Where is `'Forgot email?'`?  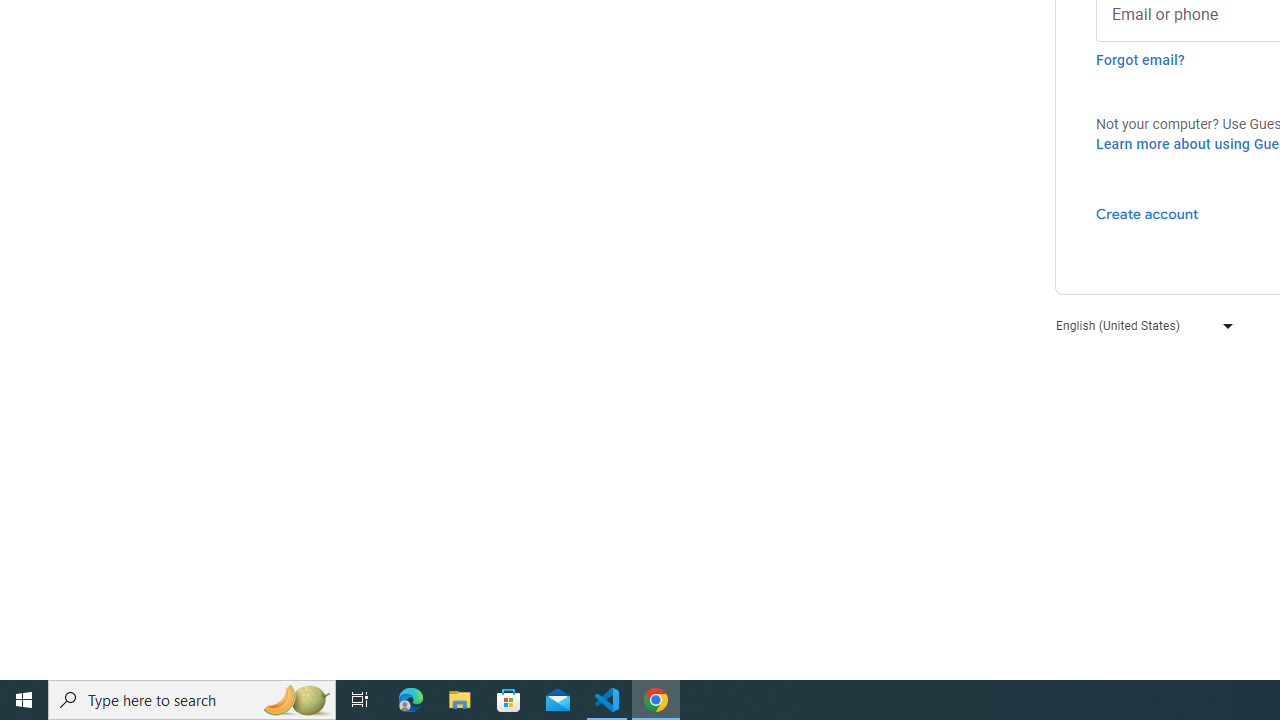 'Forgot email?' is located at coordinates (1140, 59).